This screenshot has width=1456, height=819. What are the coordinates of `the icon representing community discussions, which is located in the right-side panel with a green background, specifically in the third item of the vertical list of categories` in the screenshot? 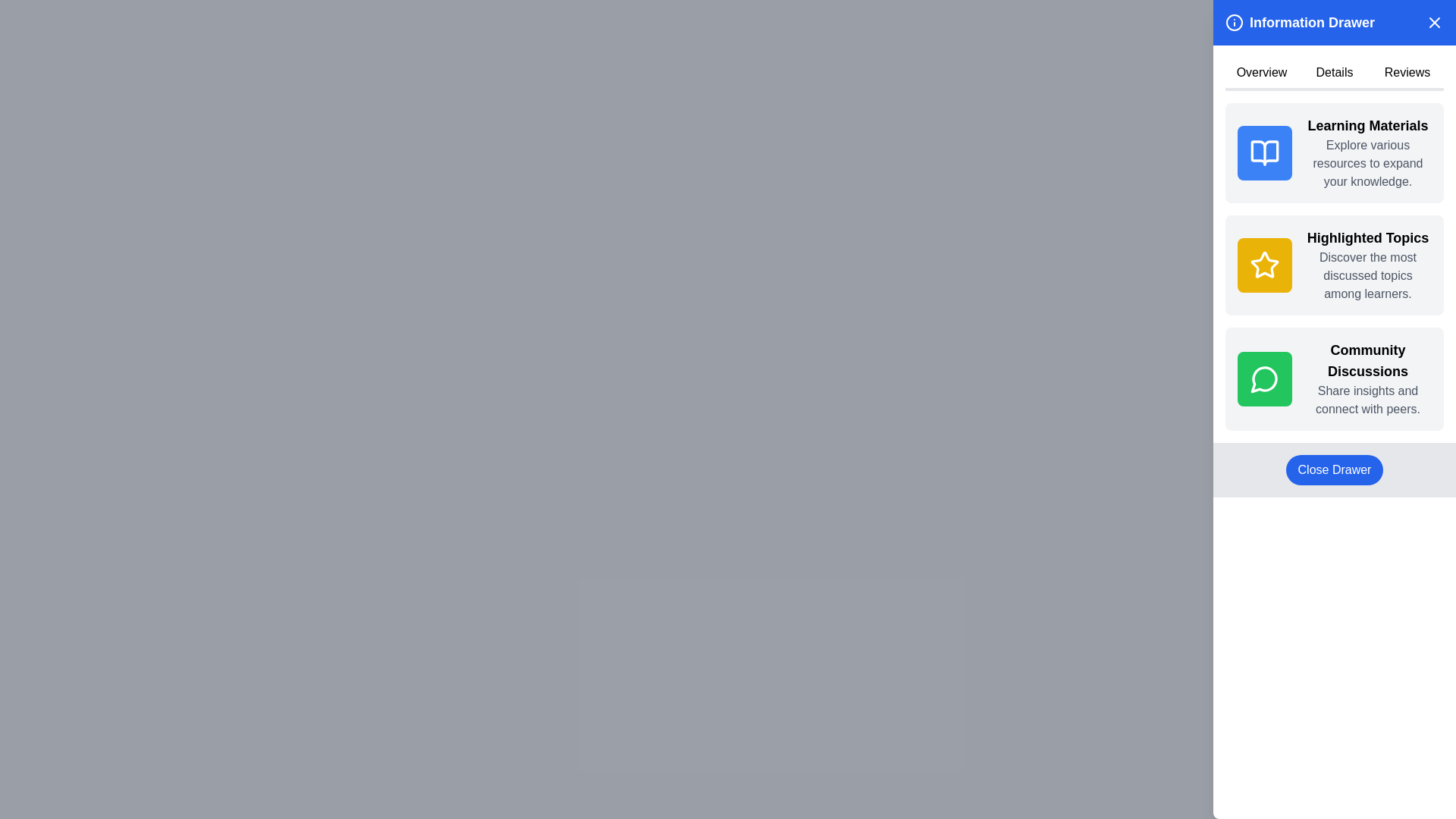 It's located at (1264, 378).